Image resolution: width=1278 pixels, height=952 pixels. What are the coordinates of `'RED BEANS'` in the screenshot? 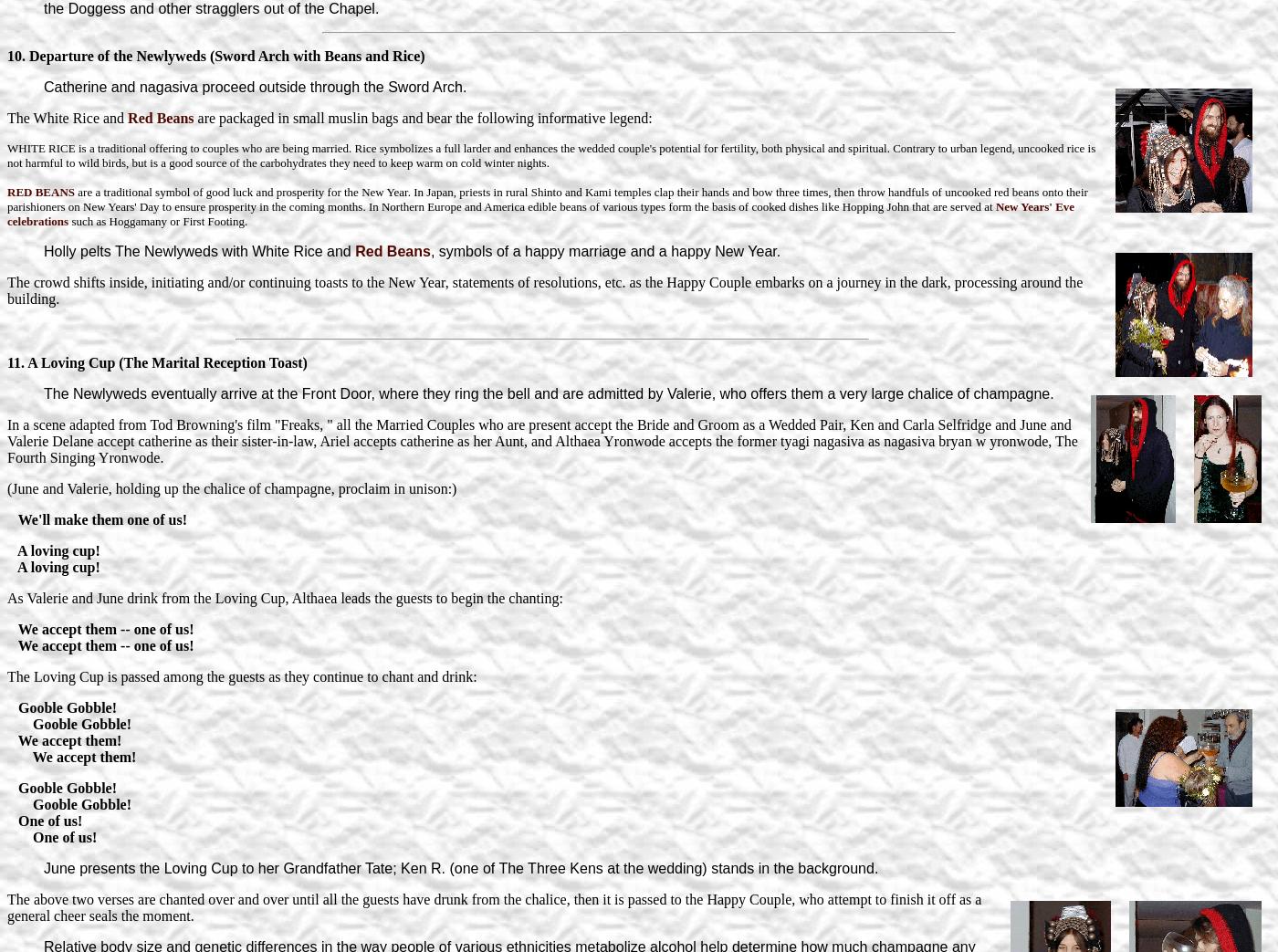 It's located at (40, 190).